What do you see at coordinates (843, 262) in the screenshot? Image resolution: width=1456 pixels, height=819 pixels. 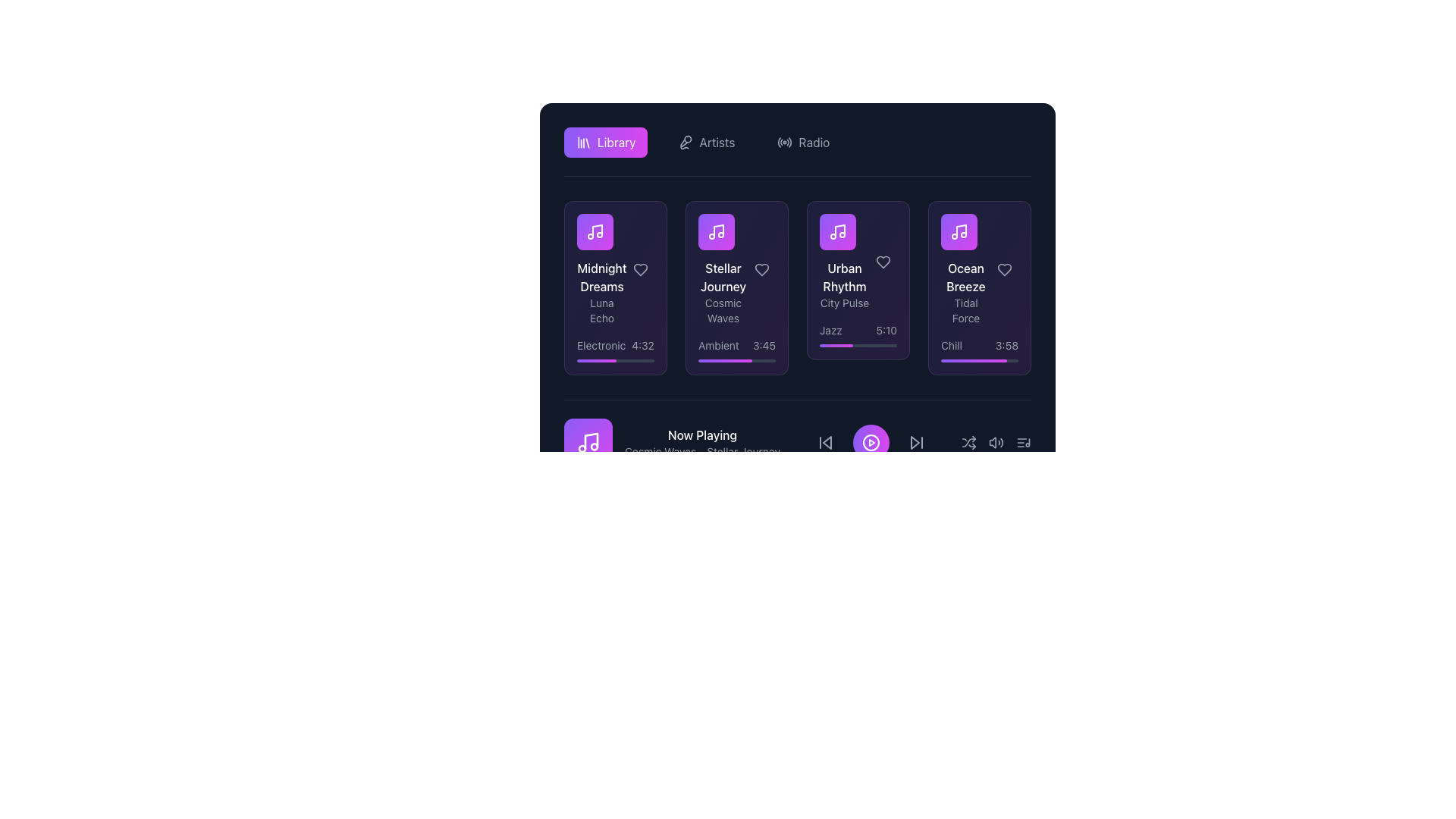 I see `the vertical card titled 'Urban Rhythm' with a dark background and a musical note icon, positioned as the third card in a horizontal list` at bounding box center [843, 262].